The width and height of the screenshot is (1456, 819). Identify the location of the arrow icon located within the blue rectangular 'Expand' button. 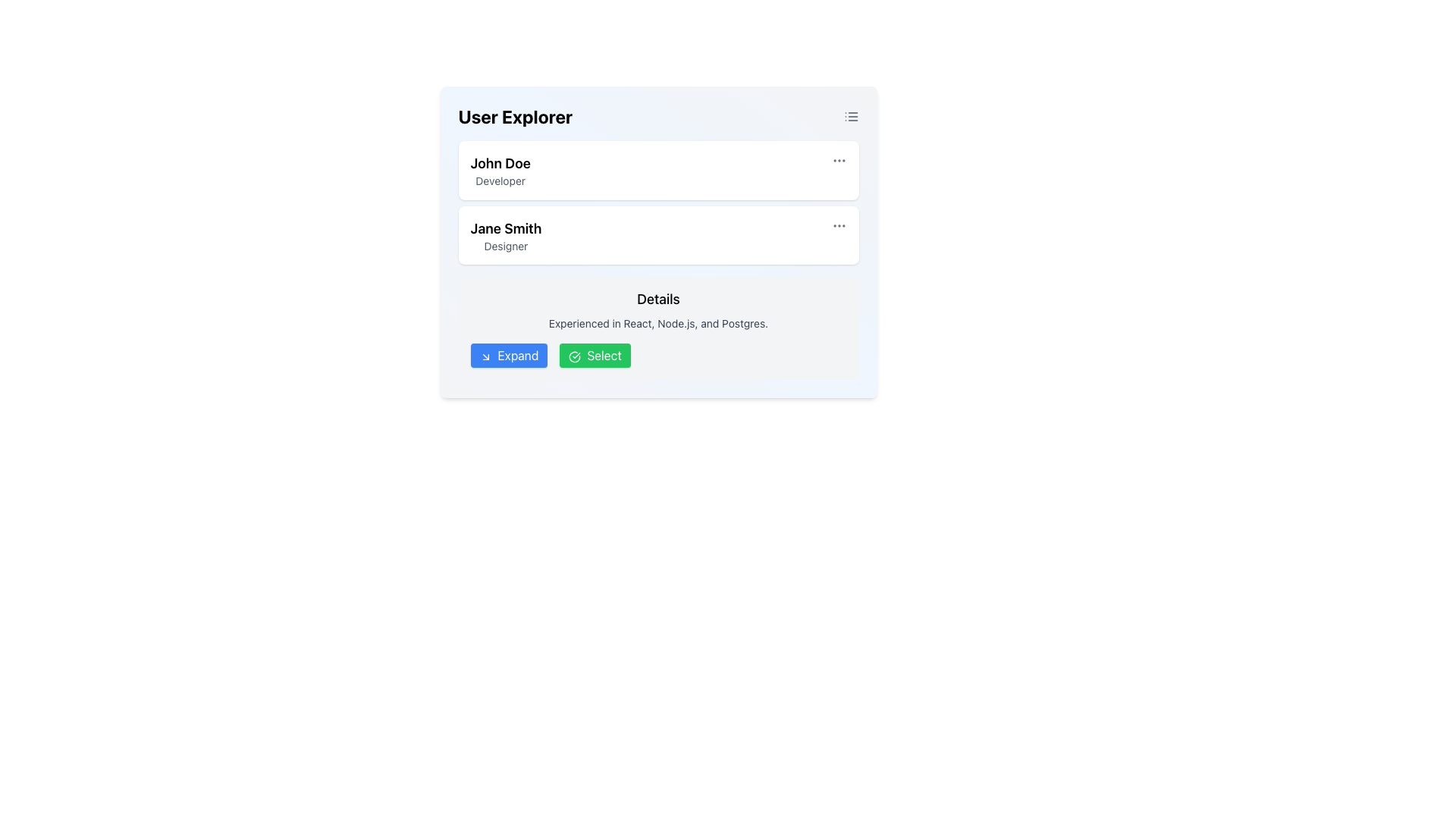
(485, 356).